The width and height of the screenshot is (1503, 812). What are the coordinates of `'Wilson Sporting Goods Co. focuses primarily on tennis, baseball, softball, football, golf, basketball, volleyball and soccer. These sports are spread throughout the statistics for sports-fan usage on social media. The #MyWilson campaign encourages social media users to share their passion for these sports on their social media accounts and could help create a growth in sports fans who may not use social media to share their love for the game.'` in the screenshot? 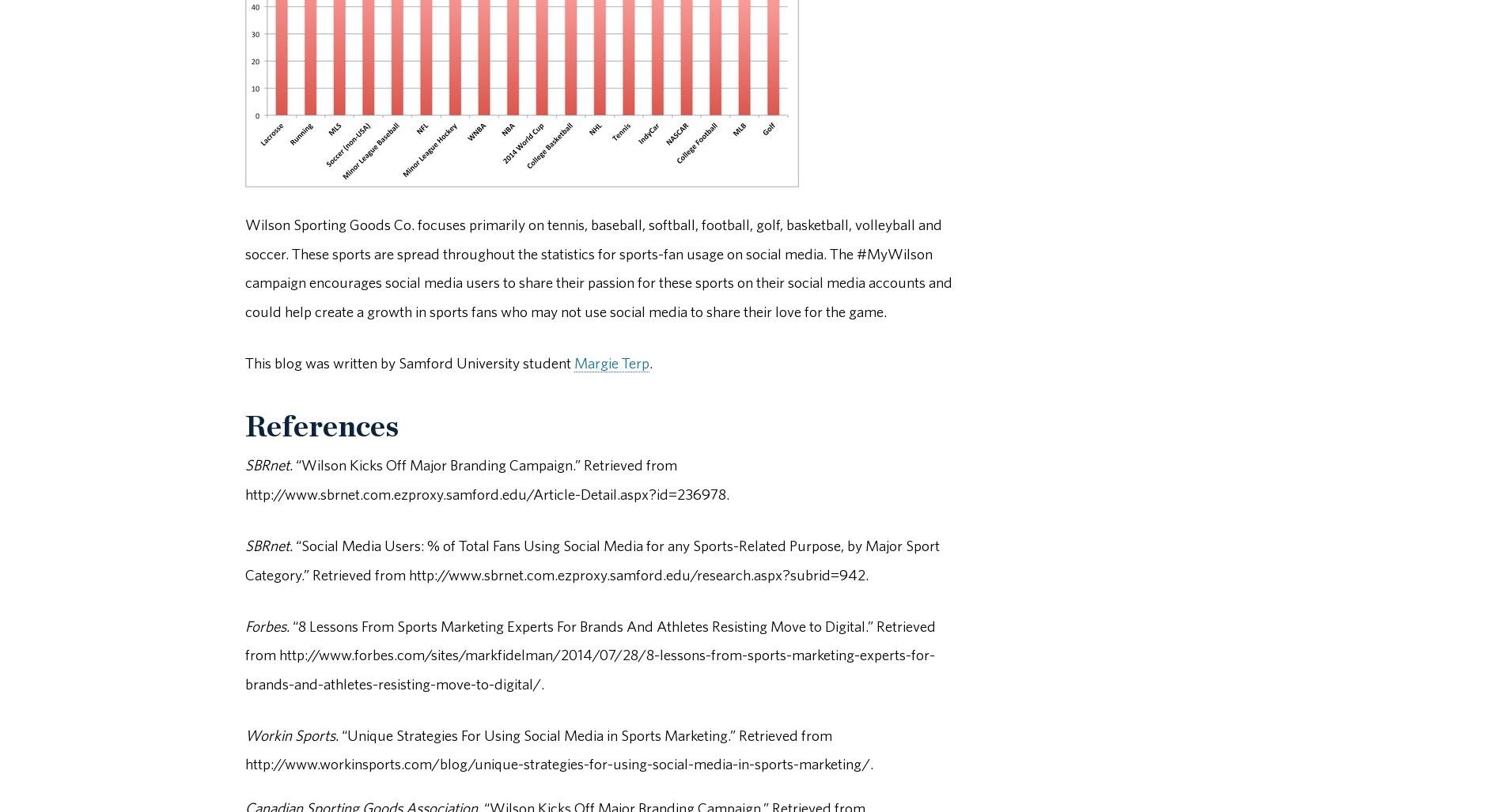 It's located at (597, 266).